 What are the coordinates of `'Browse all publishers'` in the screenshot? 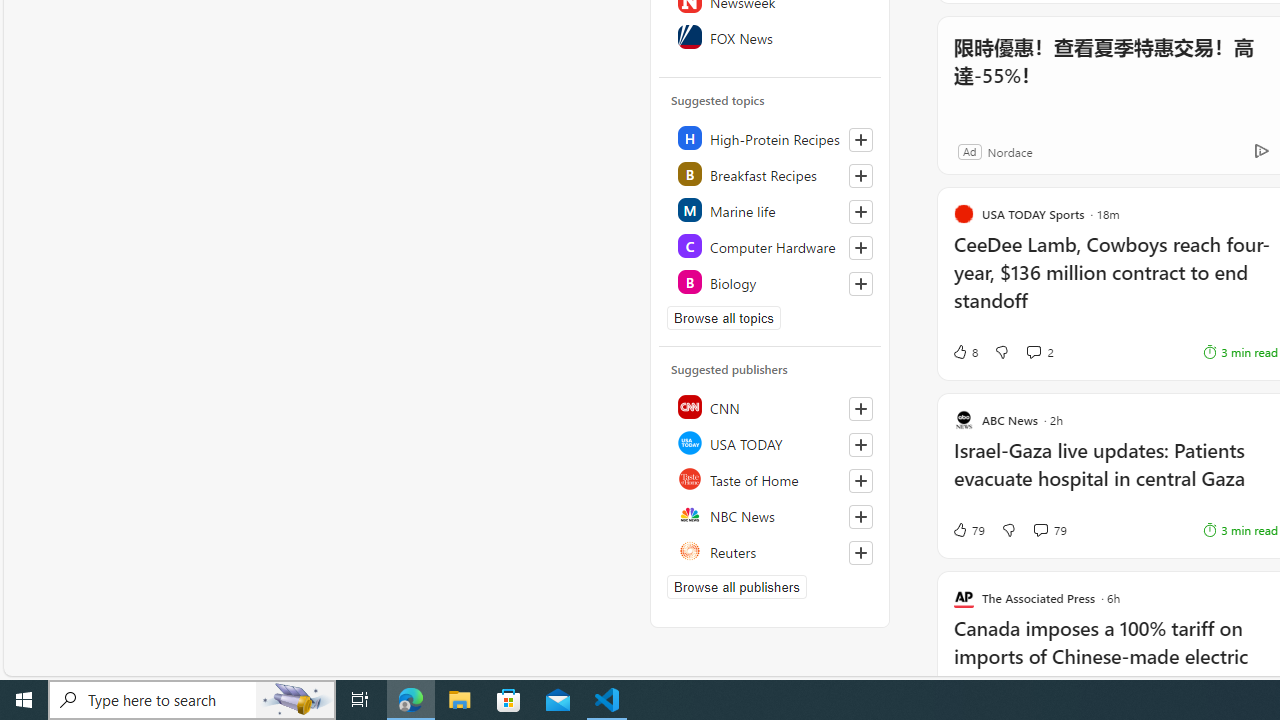 It's located at (735, 586).